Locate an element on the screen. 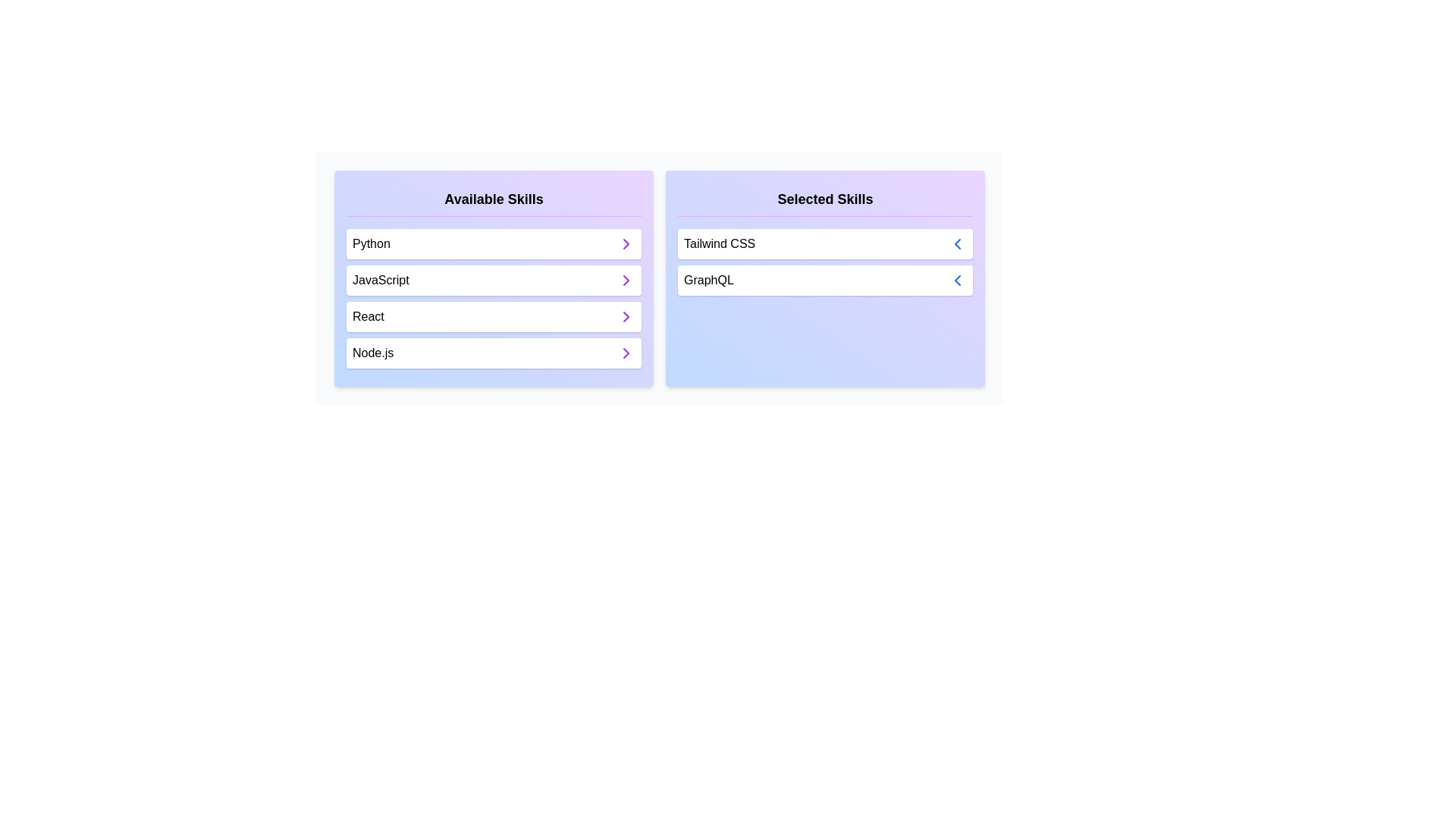  button next to the skill Tailwind CSS in the 'Selected Skills' list to move it to the 'Available Skills' list is located at coordinates (956, 243).